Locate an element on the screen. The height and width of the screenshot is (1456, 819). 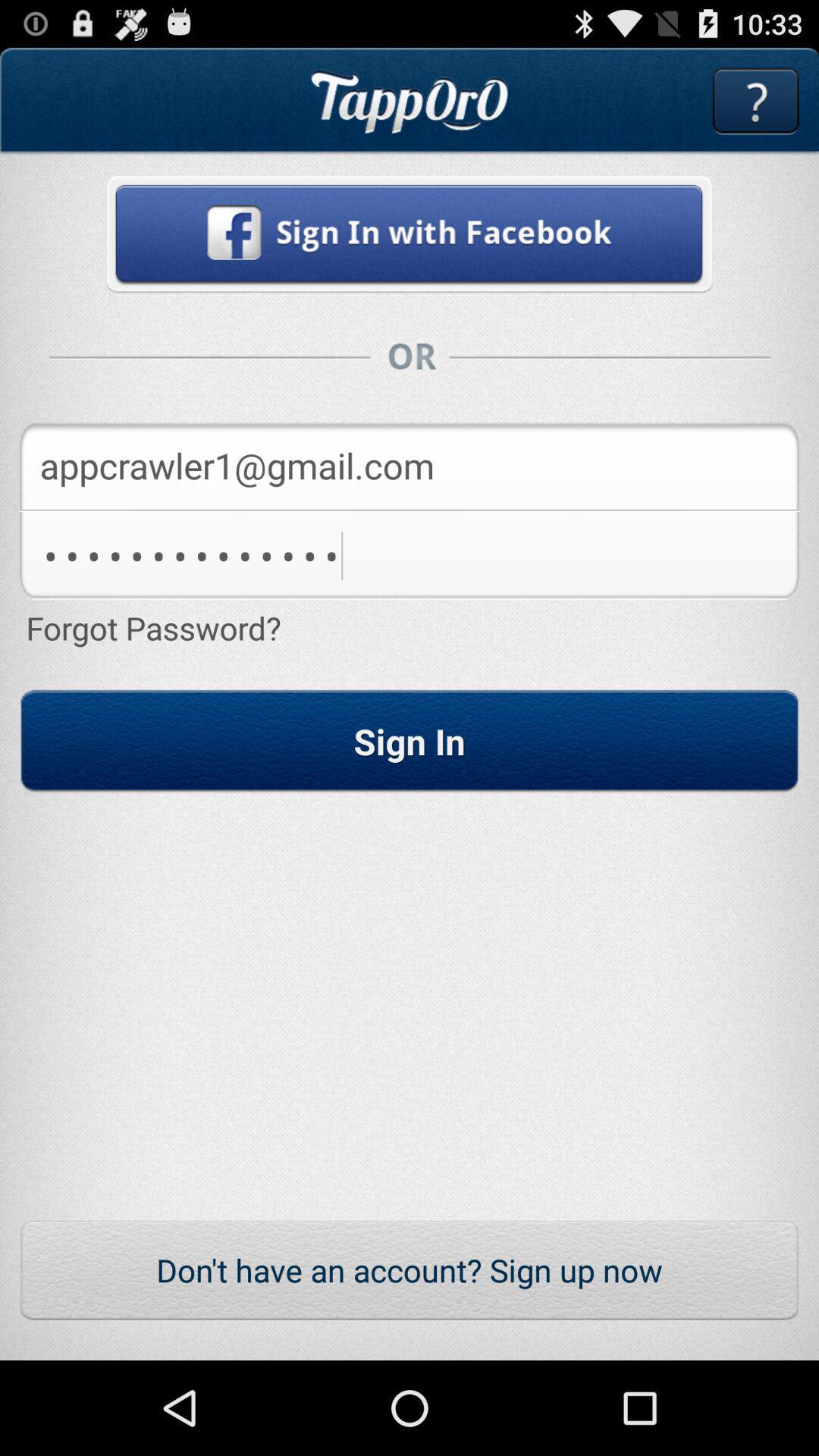
open option to sign in with facebook is located at coordinates (409, 233).